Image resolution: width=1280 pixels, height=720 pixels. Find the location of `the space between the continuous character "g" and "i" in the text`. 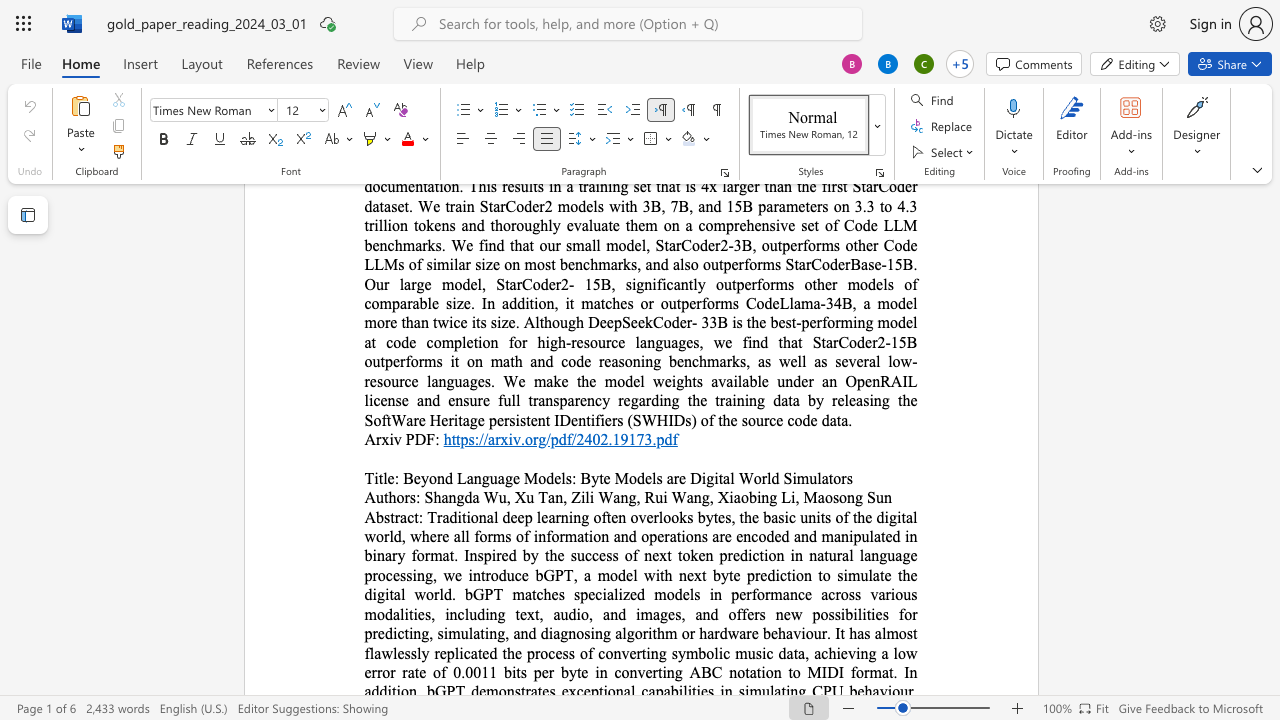

the space between the continuous character "g" and "i" in the text is located at coordinates (713, 478).